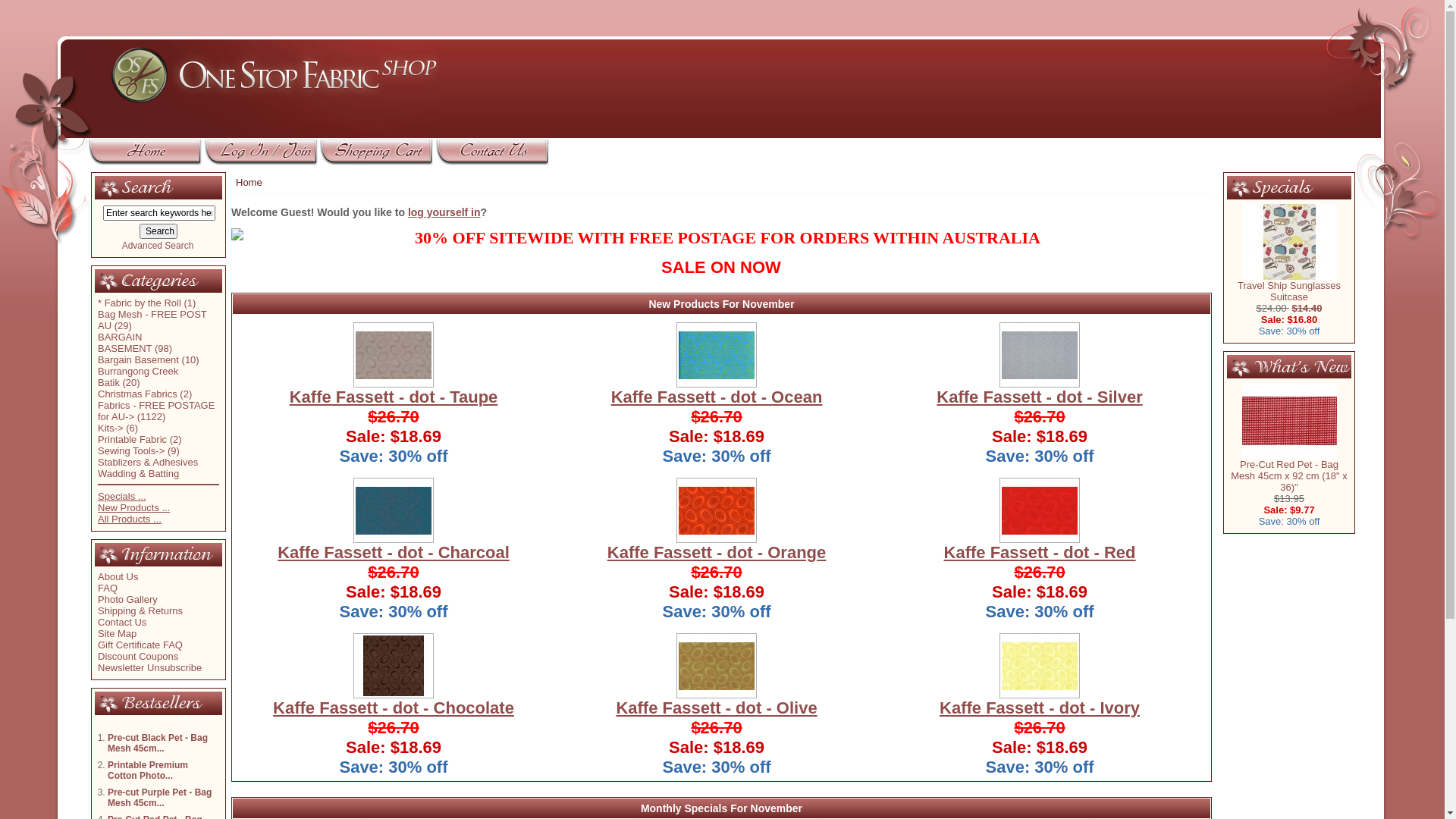 The image size is (1456, 819). What do you see at coordinates (133, 507) in the screenshot?
I see `'New Products ...'` at bounding box center [133, 507].